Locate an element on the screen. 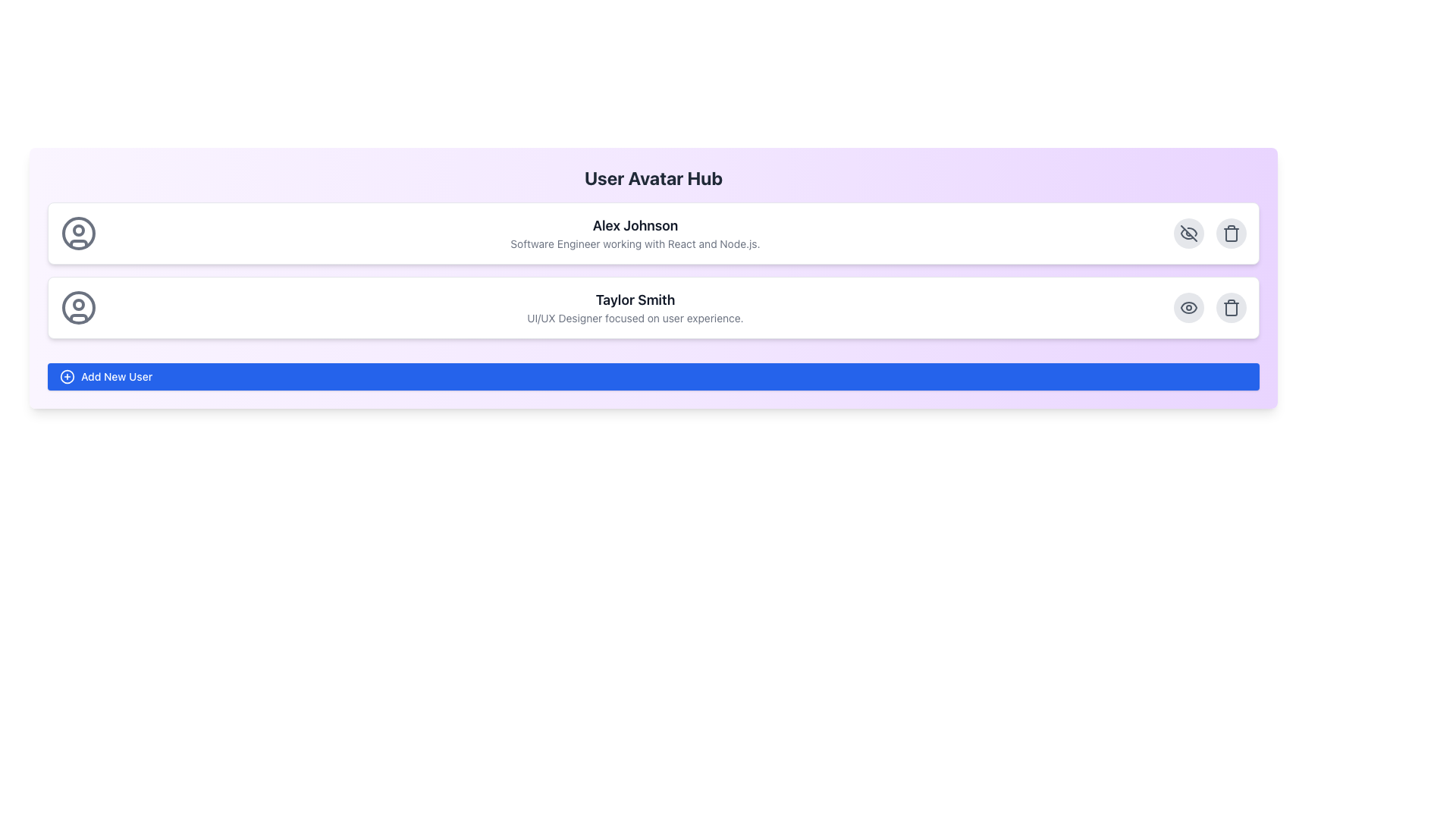  the trash can icon, which is a clean modern style icon with rounded edges, located as the third icon from the left in the second user entry interface is located at coordinates (1231, 307).